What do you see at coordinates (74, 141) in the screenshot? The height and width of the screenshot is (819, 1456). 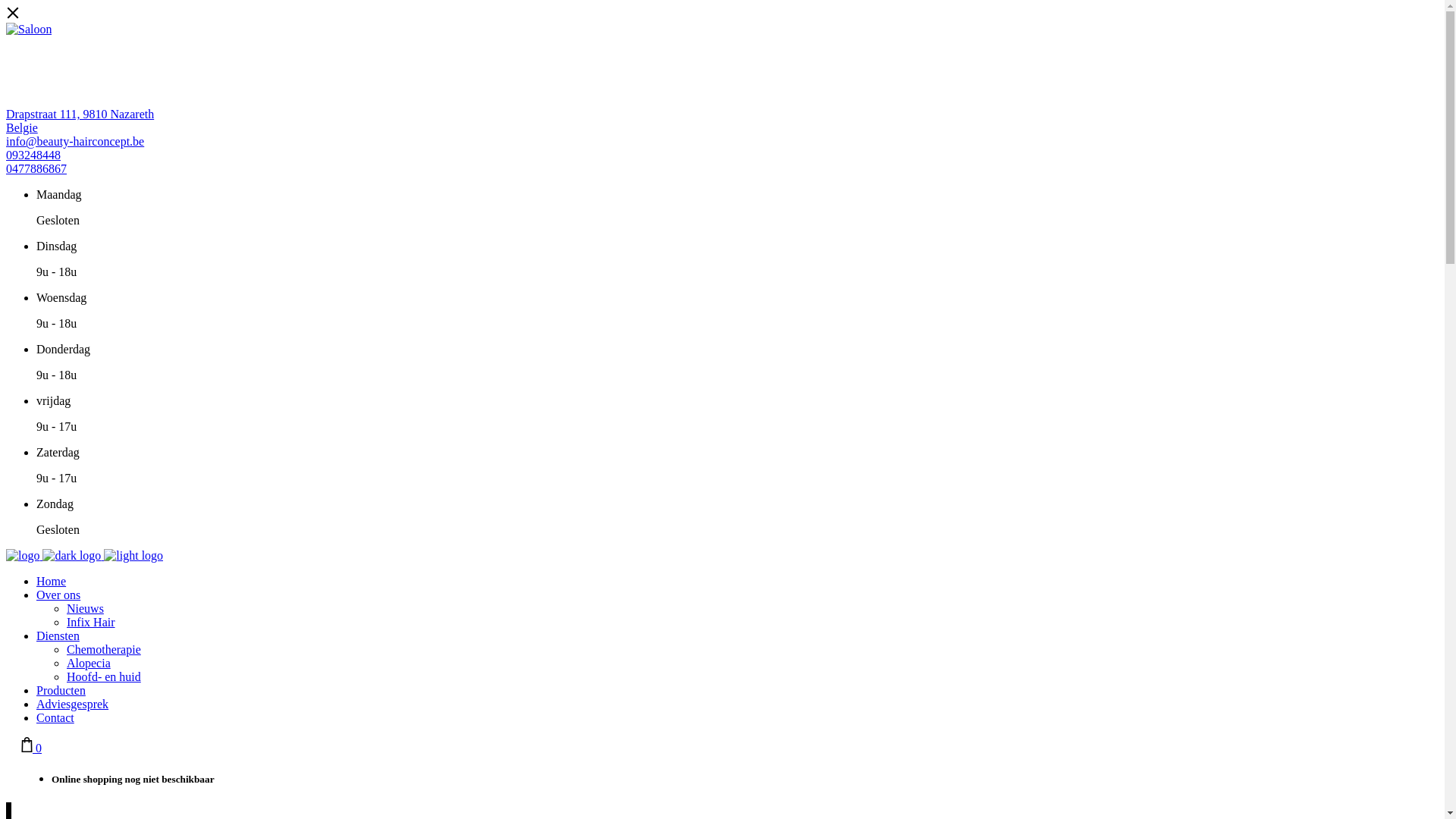 I see `'info@beauty-hairconcept.be'` at bounding box center [74, 141].